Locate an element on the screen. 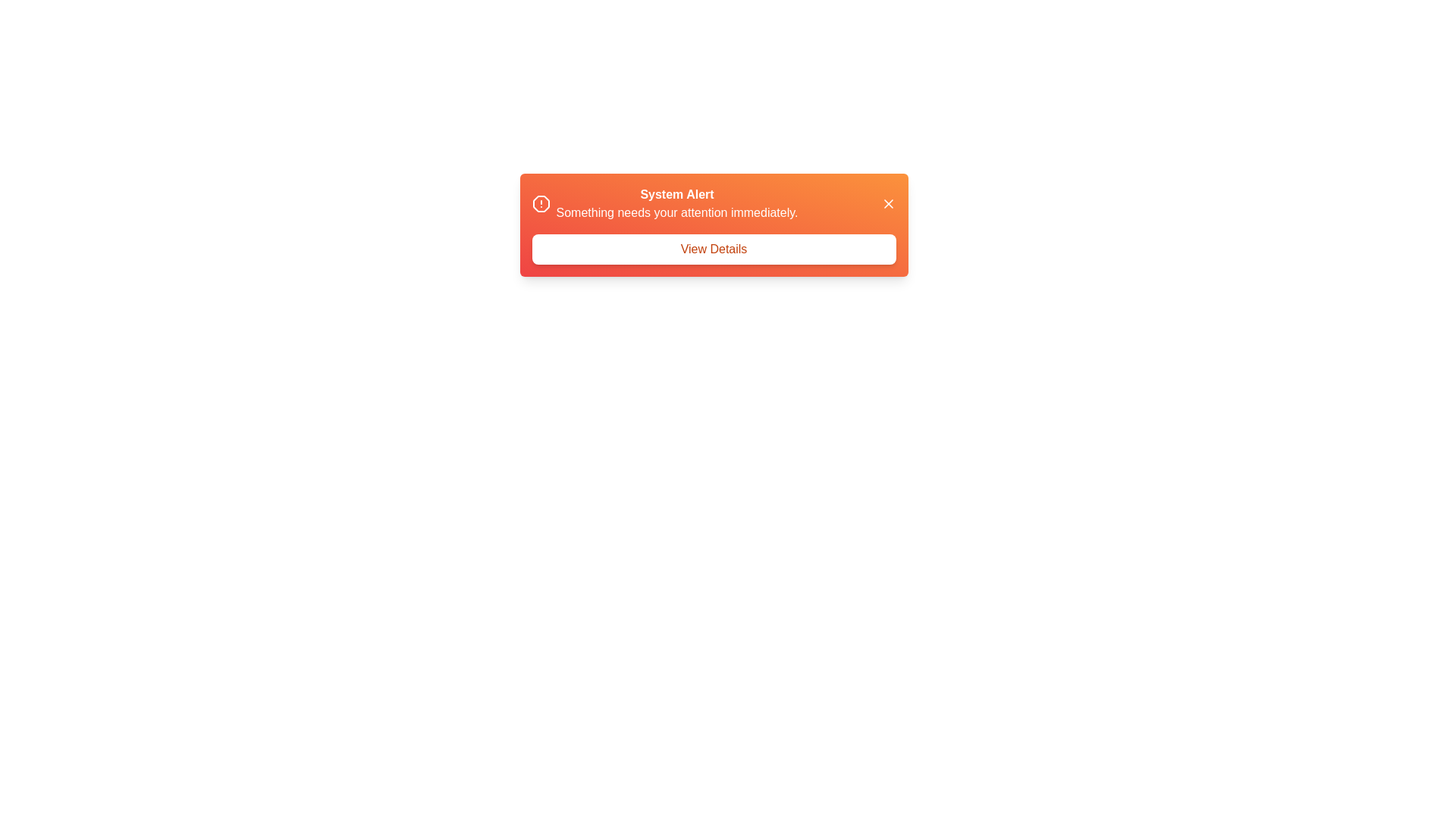  the textual information display element, which conveys a critical alert message and is centrally positioned in the top half of the alert box, to the right of the alert icon and above the 'View Details' button is located at coordinates (676, 203).